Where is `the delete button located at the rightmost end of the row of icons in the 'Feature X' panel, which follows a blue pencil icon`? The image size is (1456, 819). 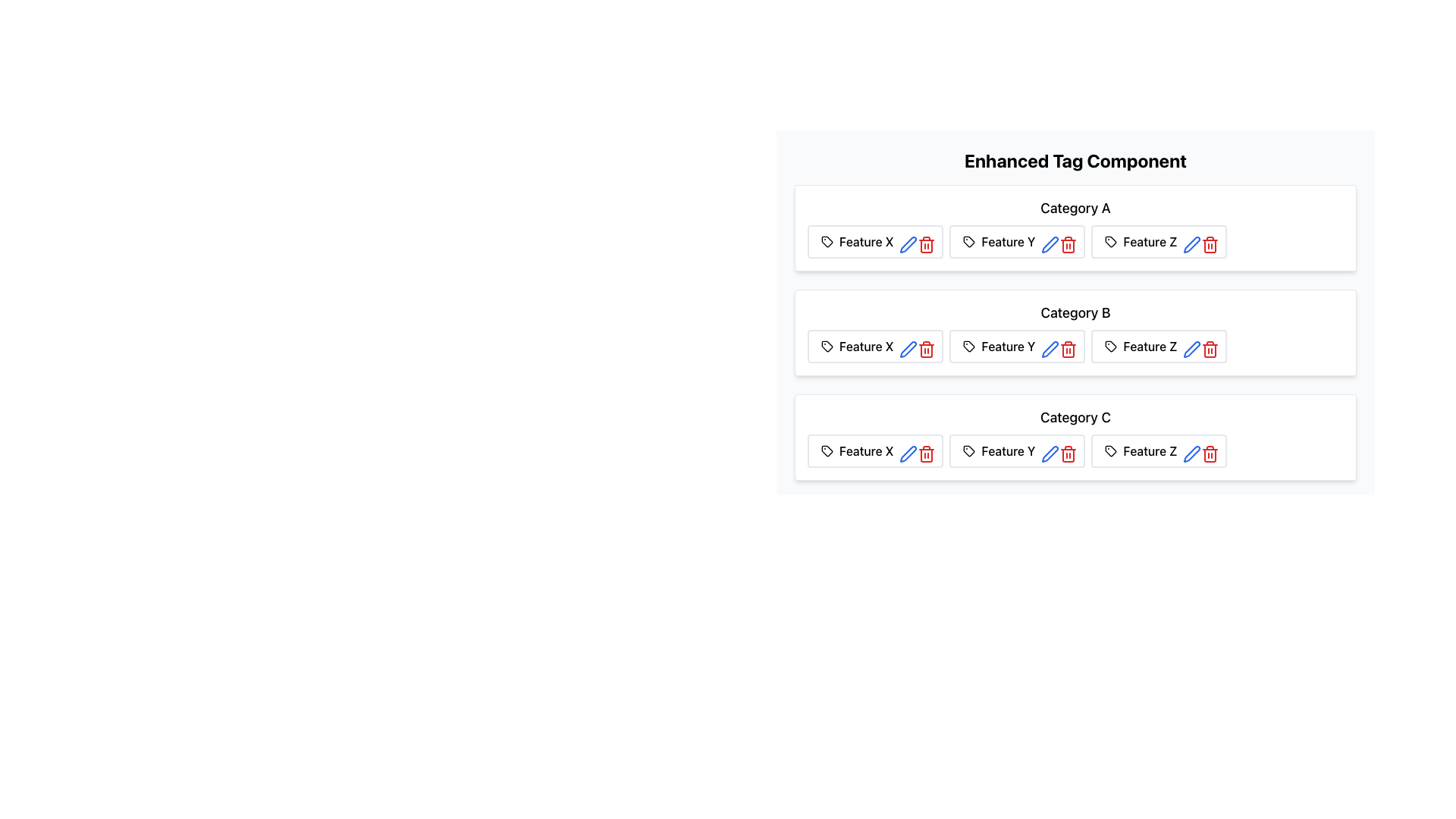 the delete button located at the rightmost end of the row of icons in the 'Feature X' panel, which follows a blue pencil icon is located at coordinates (923, 450).